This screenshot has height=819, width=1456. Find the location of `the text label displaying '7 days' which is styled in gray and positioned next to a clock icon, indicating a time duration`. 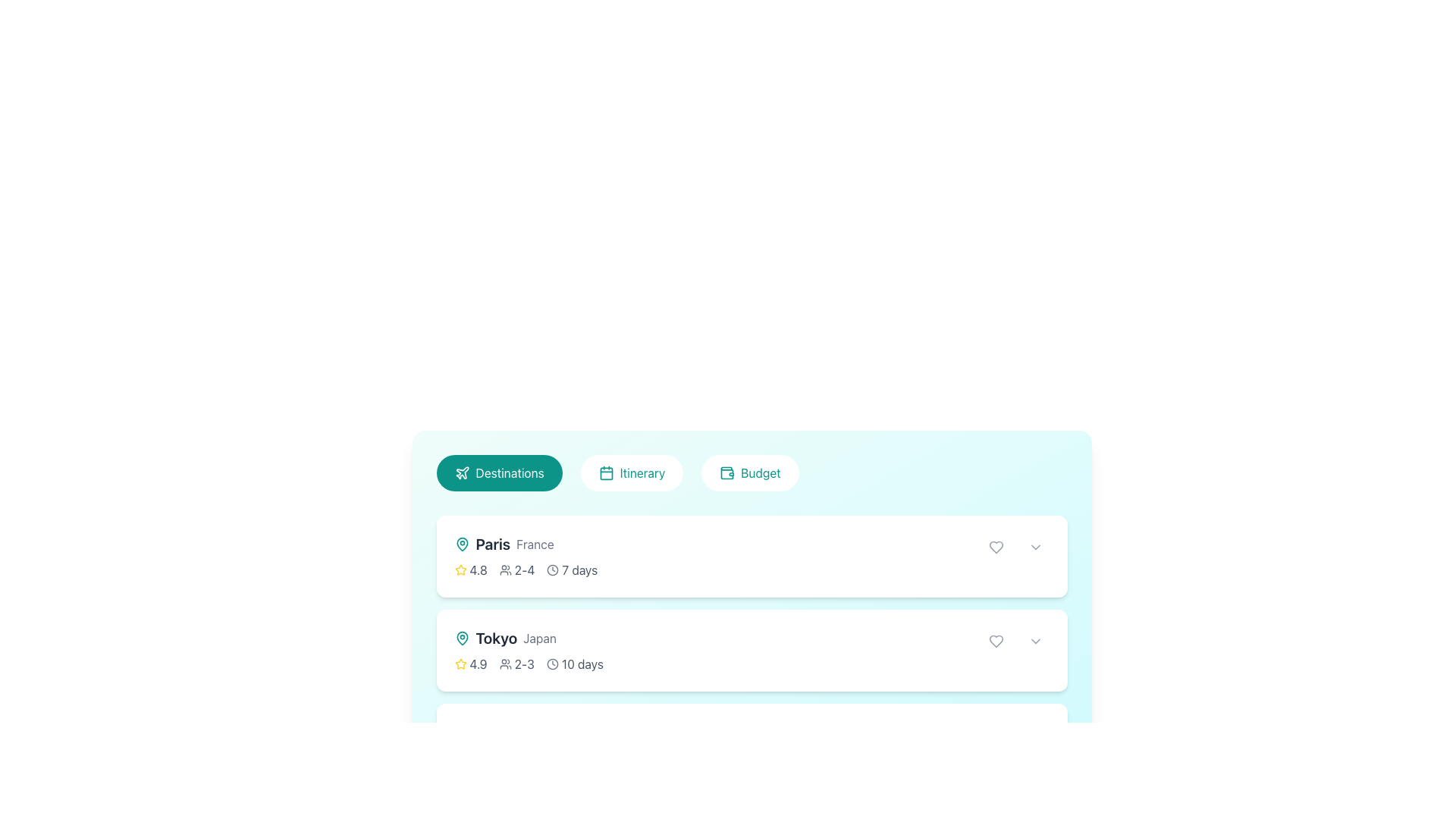

the text label displaying '7 days' which is styled in gray and positioned next to a clock icon, indicating a time duration is located at coordinates (579, 570).